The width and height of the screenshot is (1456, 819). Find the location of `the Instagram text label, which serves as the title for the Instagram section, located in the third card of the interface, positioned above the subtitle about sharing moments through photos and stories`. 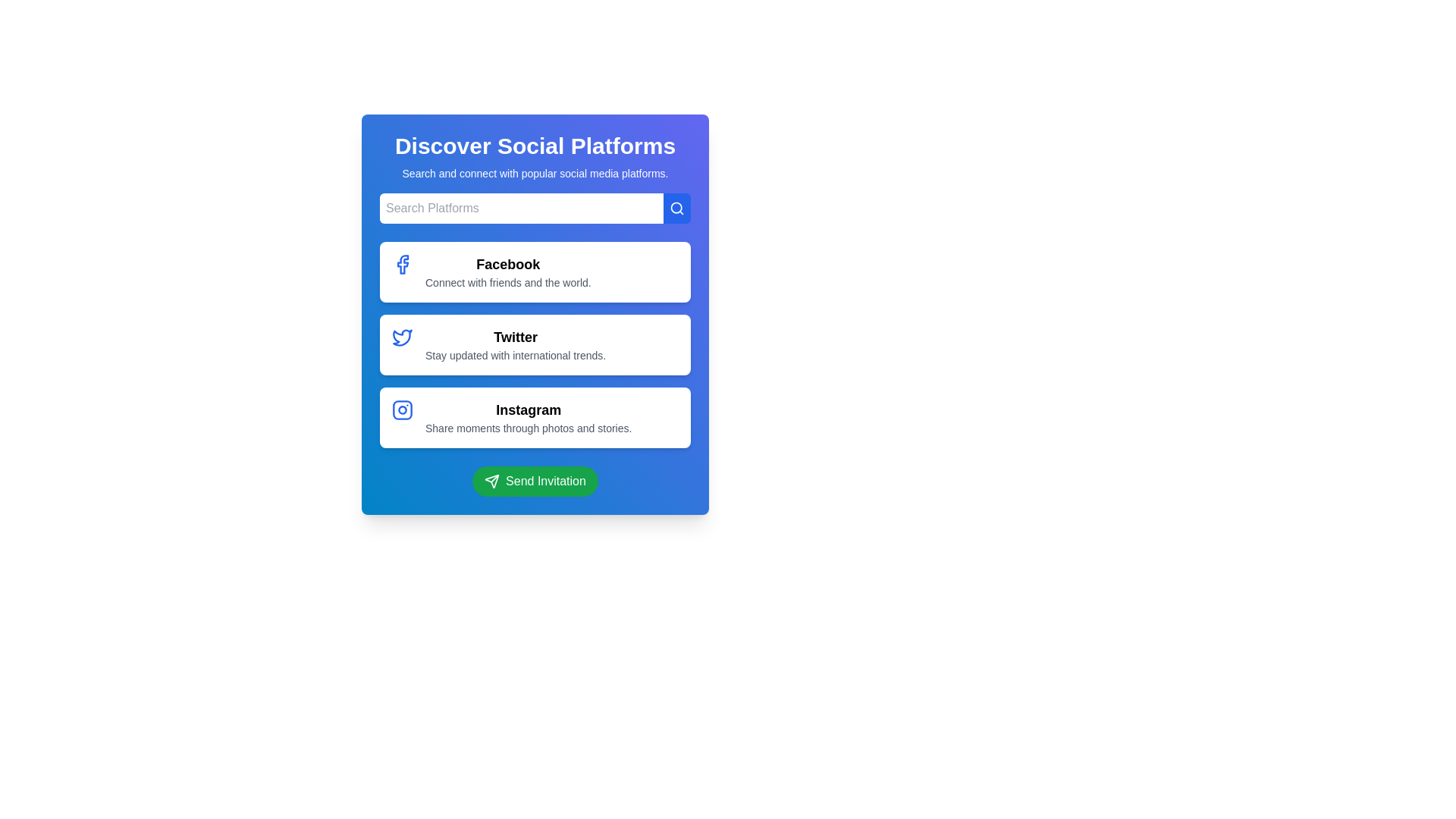

the Instagram text label, which serves as the title for the Instagram section, located in the third card of the interface, positioned above the subtitle about sharing moments through photos and stories is located at coordinates (529, 409).